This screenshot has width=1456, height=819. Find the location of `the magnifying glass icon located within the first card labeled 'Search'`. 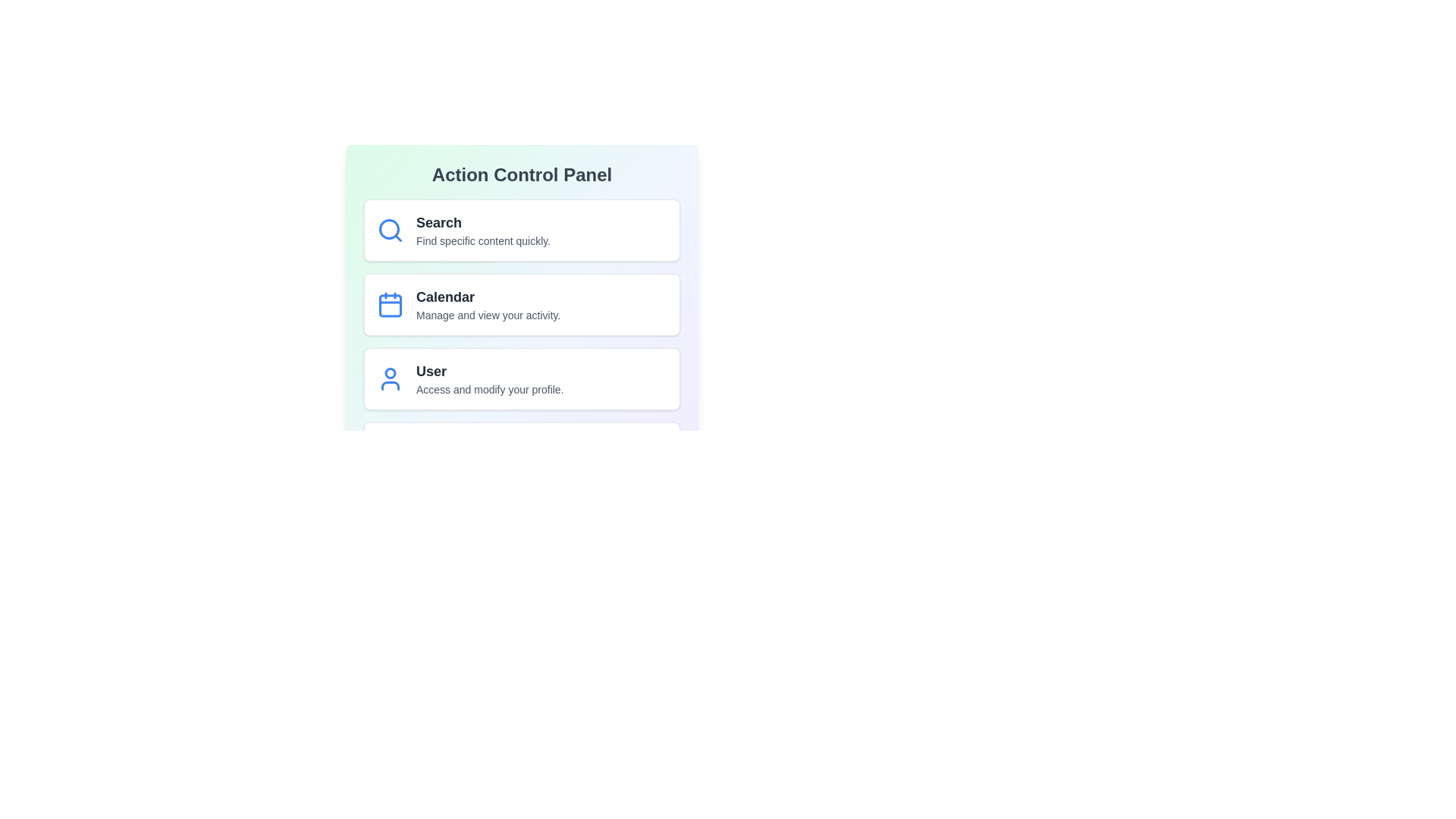

the magnifying glass icon located within the first card labeled 'Search' is located at coordinates (390, 231).